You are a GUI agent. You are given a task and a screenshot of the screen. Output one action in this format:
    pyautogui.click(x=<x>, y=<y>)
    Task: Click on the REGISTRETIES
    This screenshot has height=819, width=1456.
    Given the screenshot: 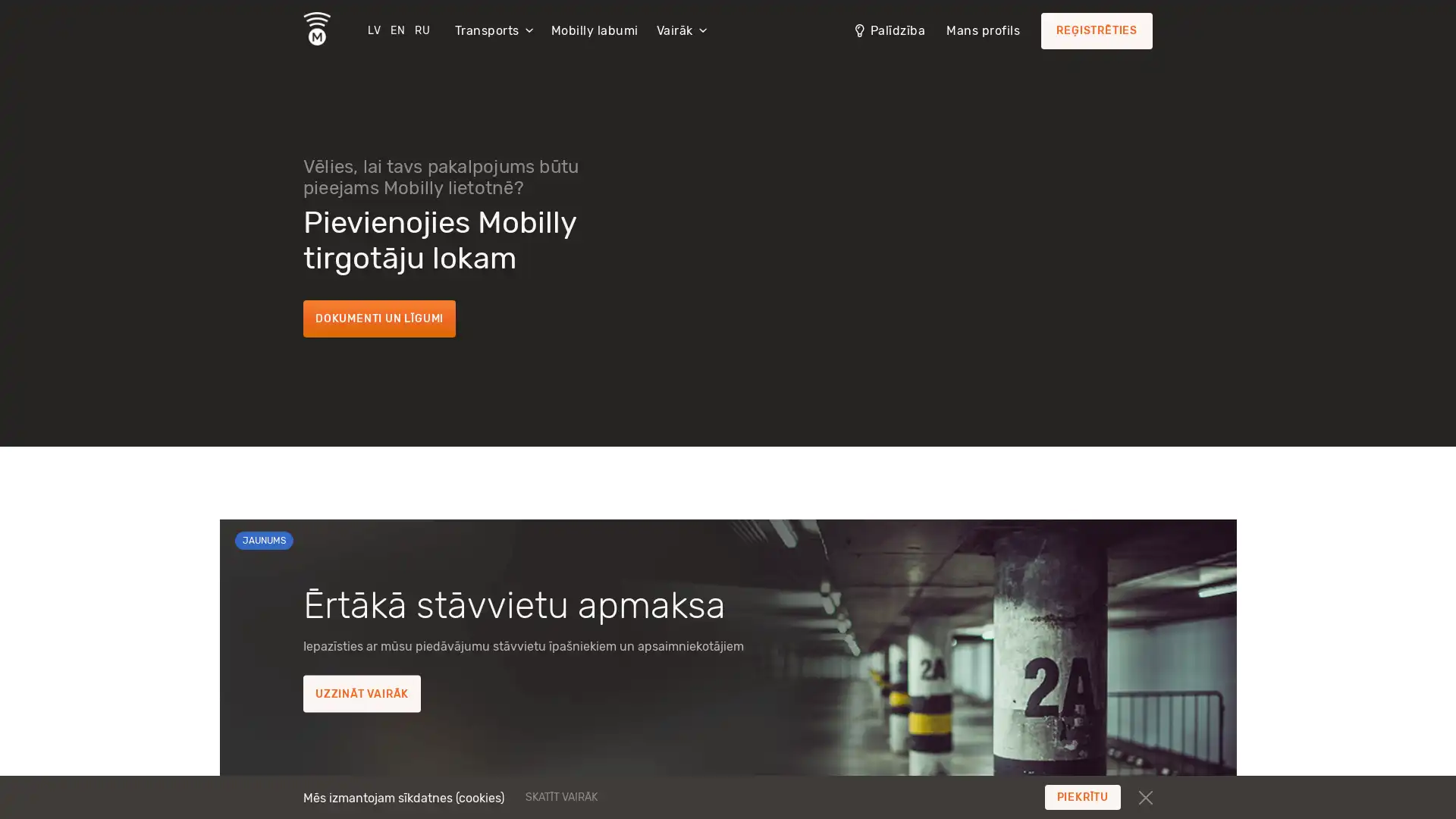 What is the action you would take?
    pyautogui.click(x=1097, y=31)
    